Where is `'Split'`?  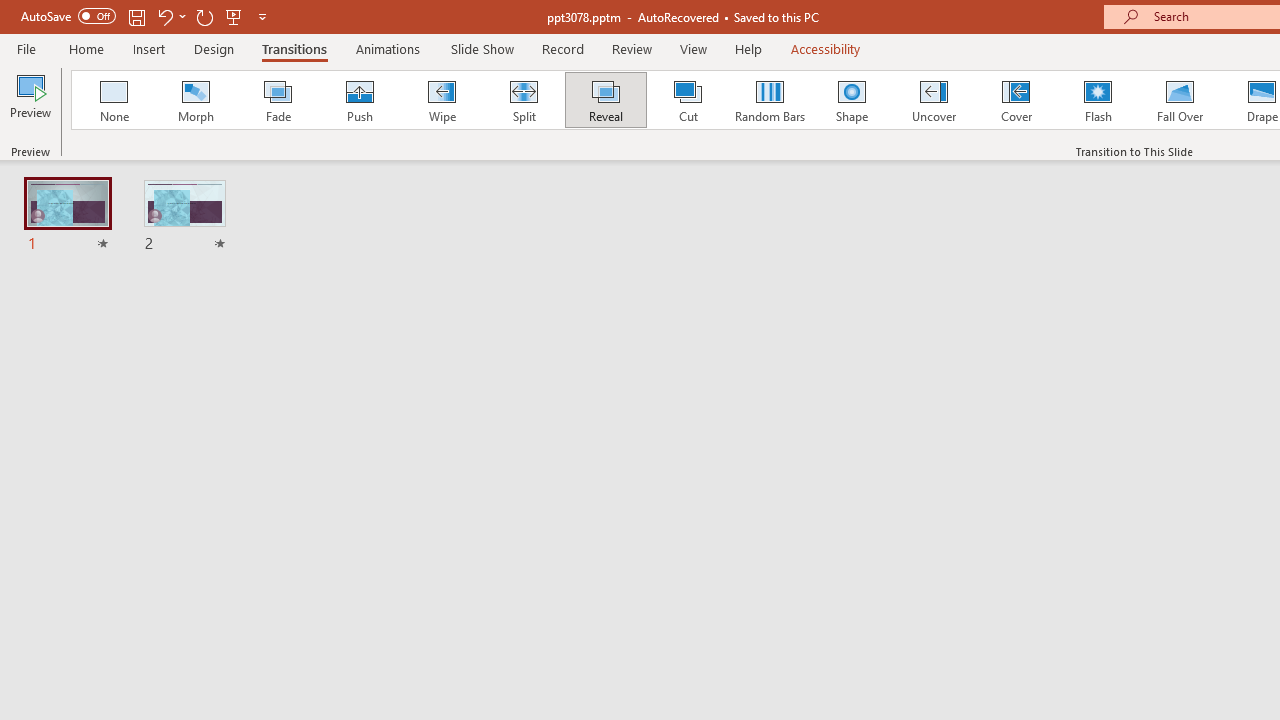 'Split' is located at coordinates (523, 100).